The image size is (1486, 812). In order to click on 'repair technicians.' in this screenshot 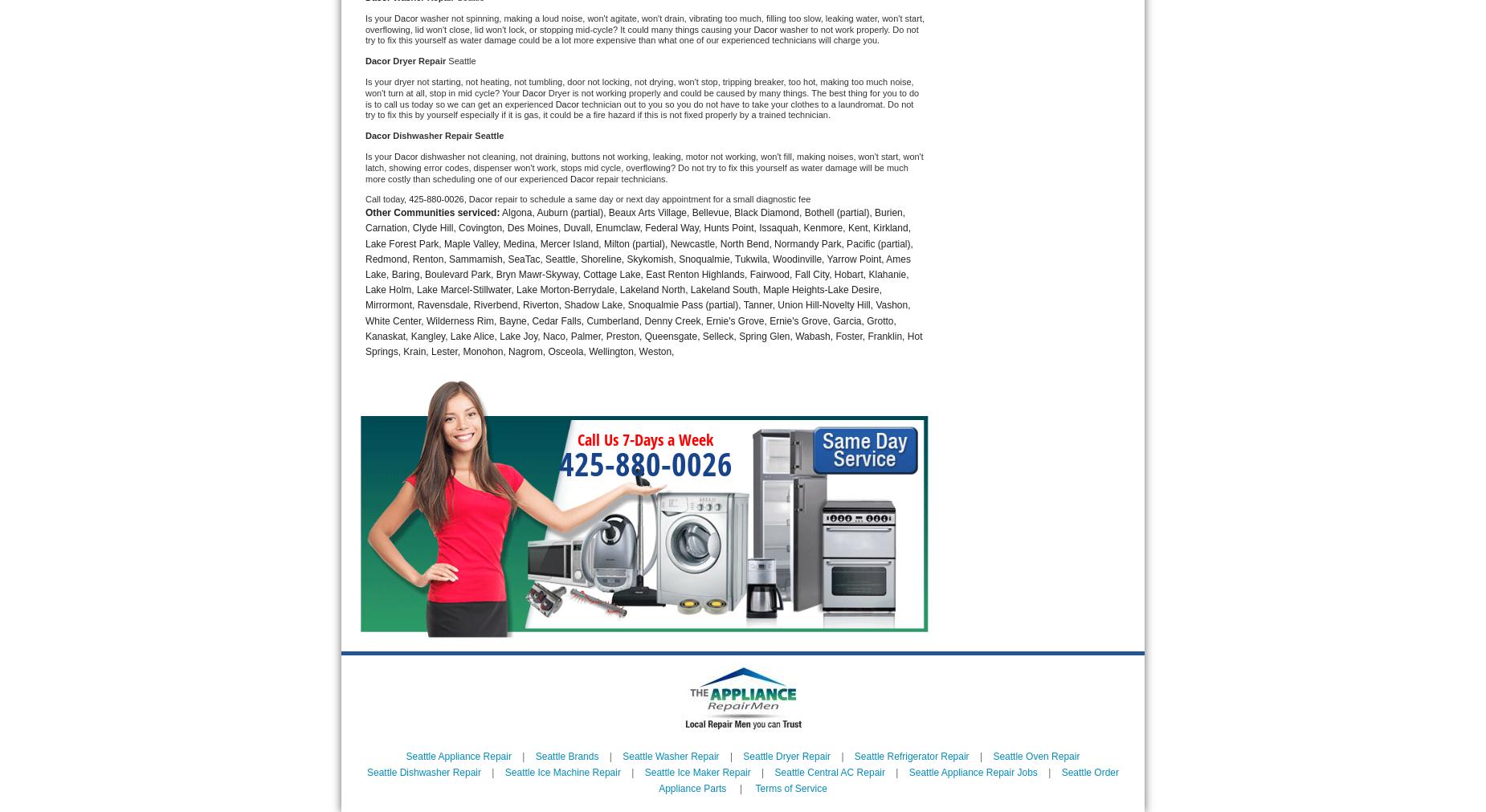, I will do `click(632, 178)`.